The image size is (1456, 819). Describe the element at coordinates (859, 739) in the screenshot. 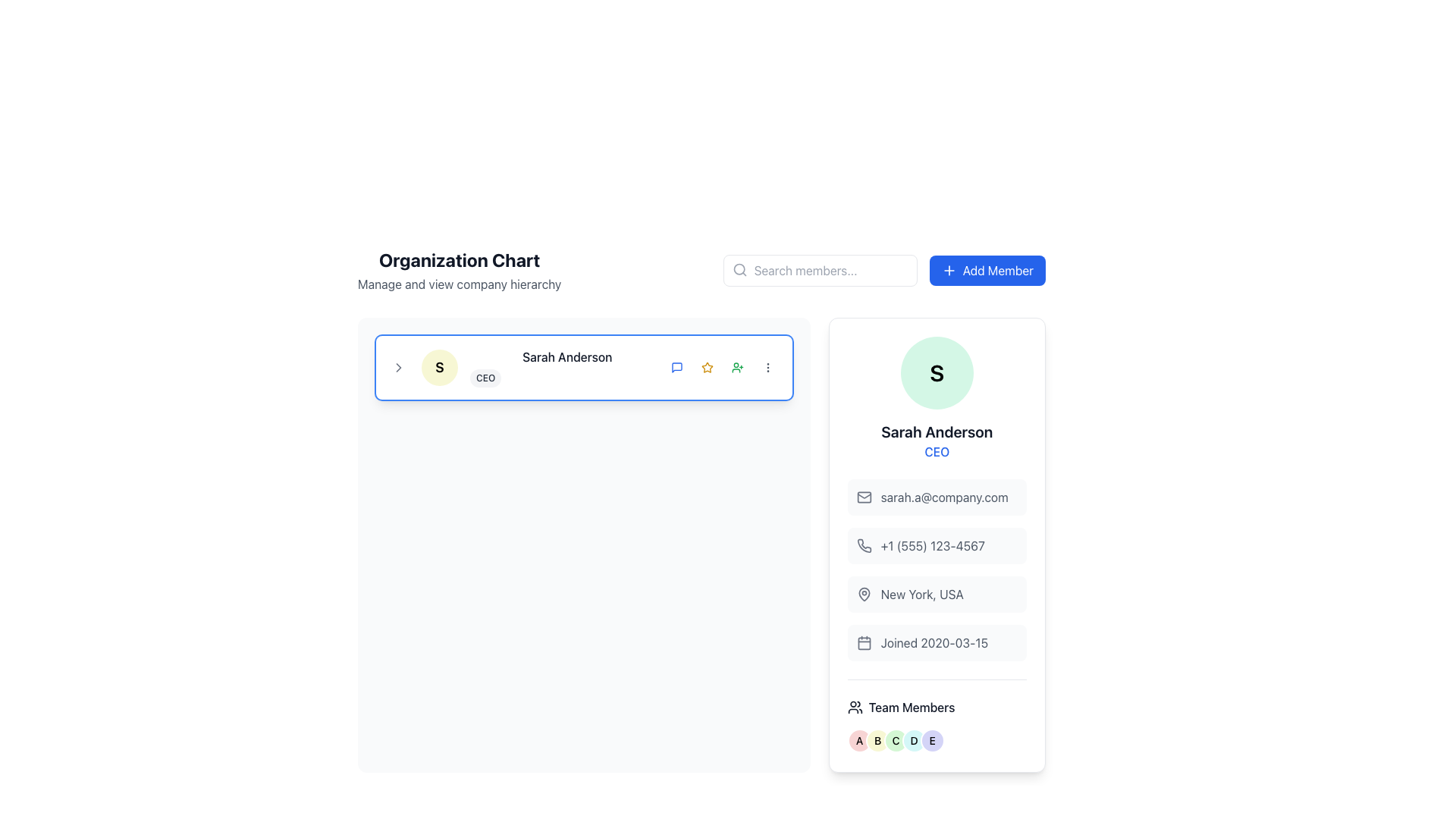

I see `the first circular avatar icon labeled 'A' with a light pink background and a black letter 'A'` at that location.